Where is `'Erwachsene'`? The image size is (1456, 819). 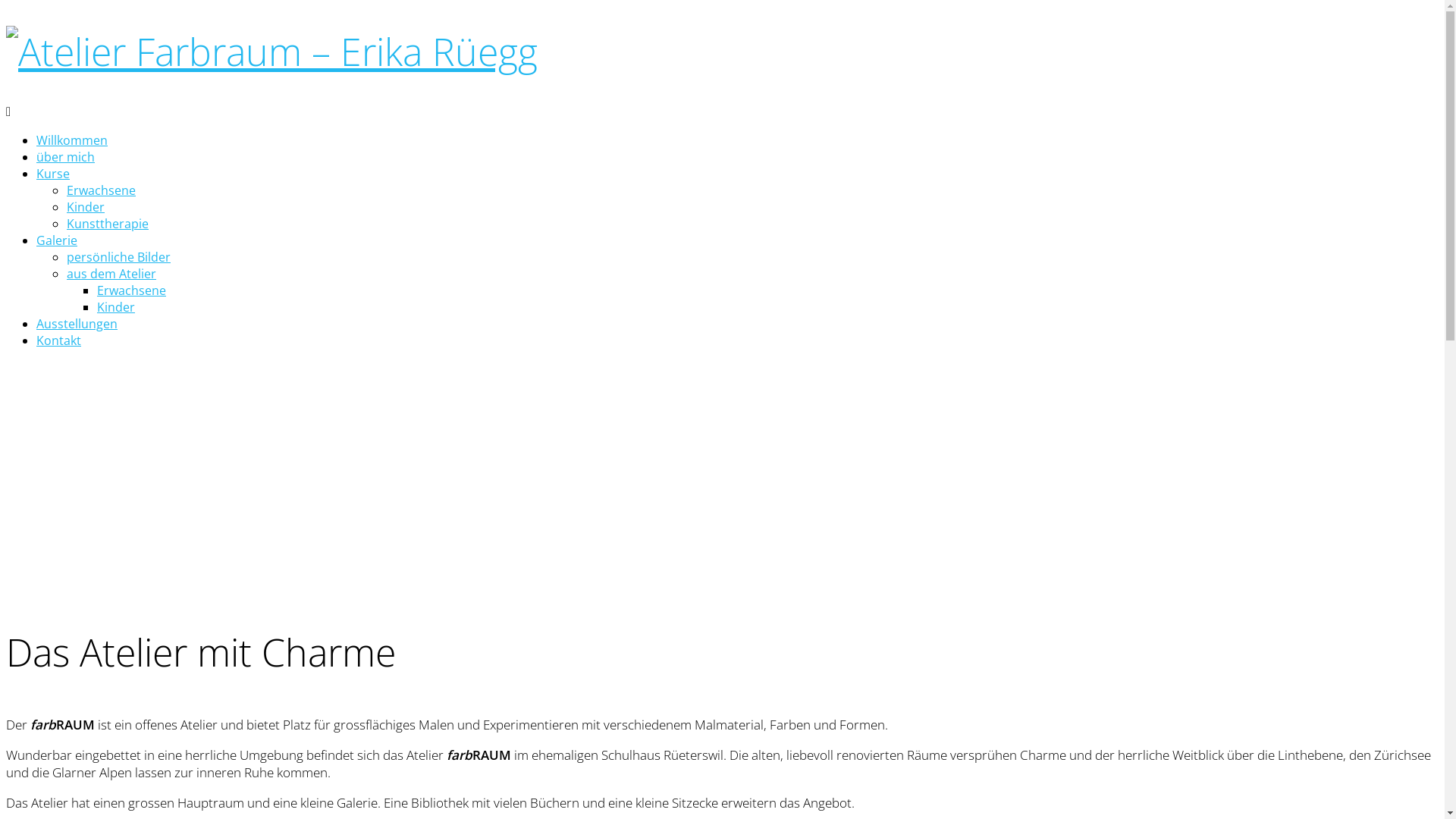 'Erwachsene' is located at coordinates (131, 290).